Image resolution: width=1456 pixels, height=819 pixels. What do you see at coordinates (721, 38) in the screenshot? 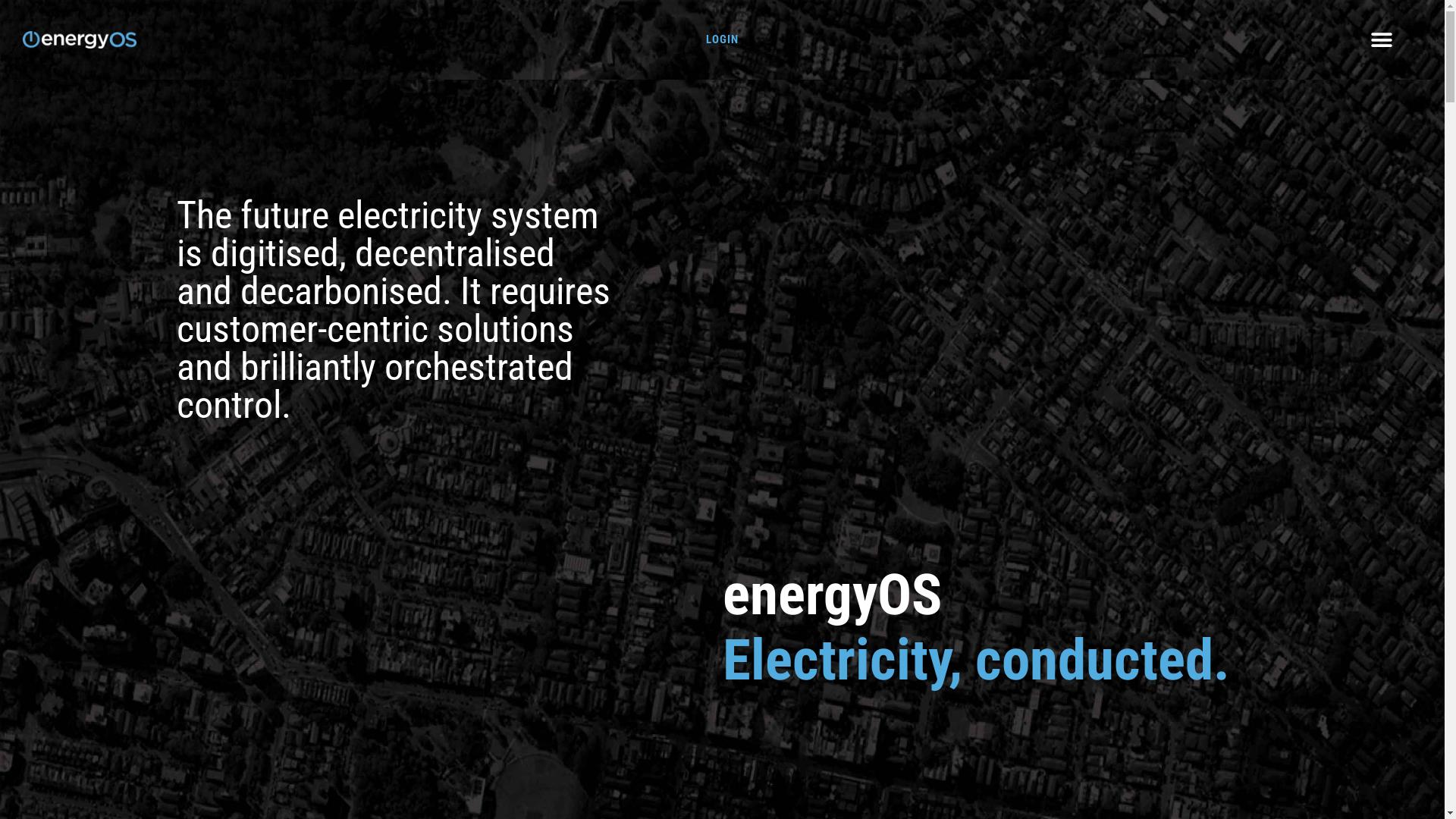
I see `'LOGIN'` at bounding box center [721, 38].